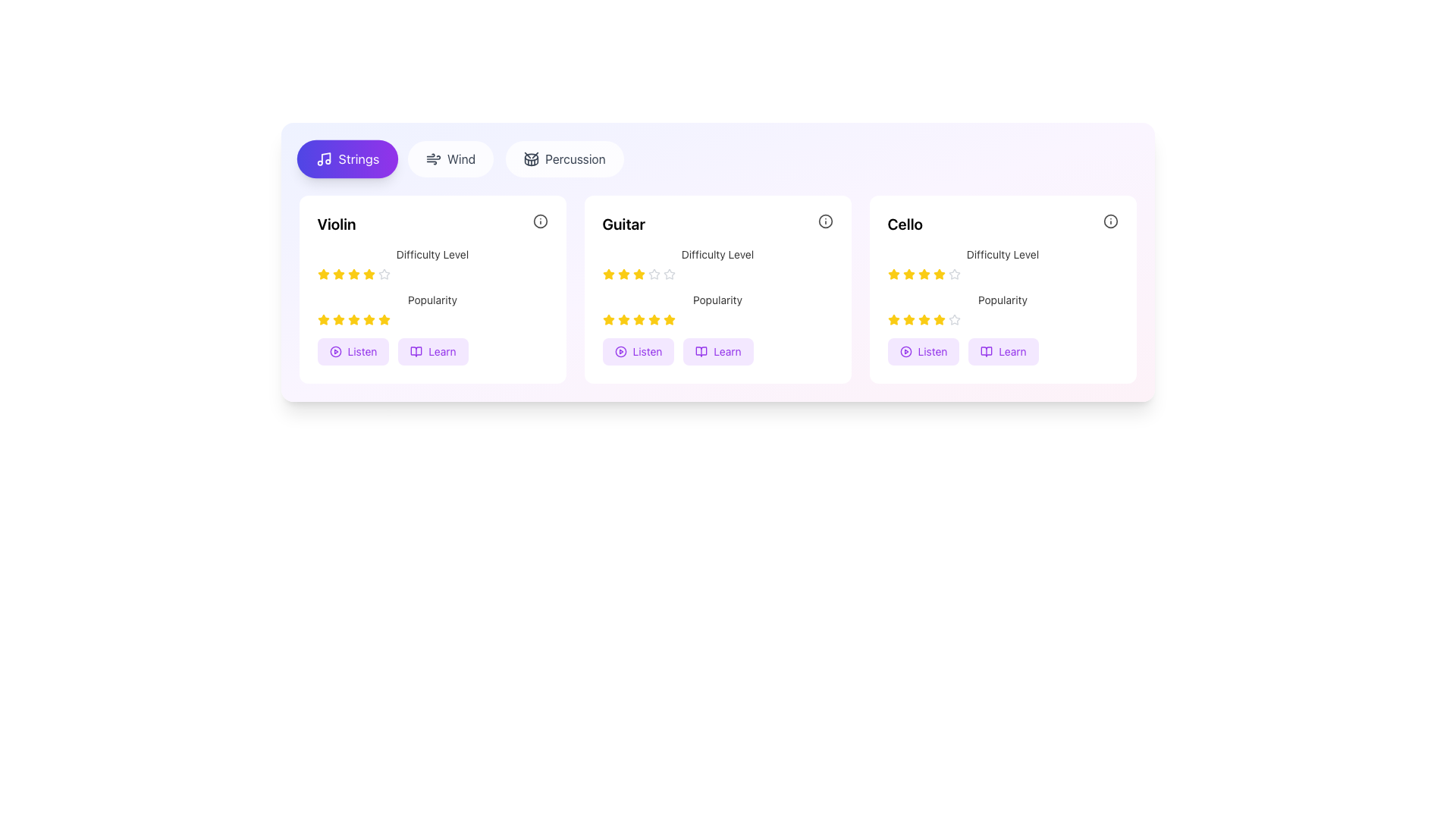 This screenshot has width=1456, height=819. What do you see at coordinates (1003, 318) in the screenshot?
I see `configuration of the 5-star rating component for the 'Cello' item, which is located below the 'Popularity' label` at bounding box center [1003, 318].